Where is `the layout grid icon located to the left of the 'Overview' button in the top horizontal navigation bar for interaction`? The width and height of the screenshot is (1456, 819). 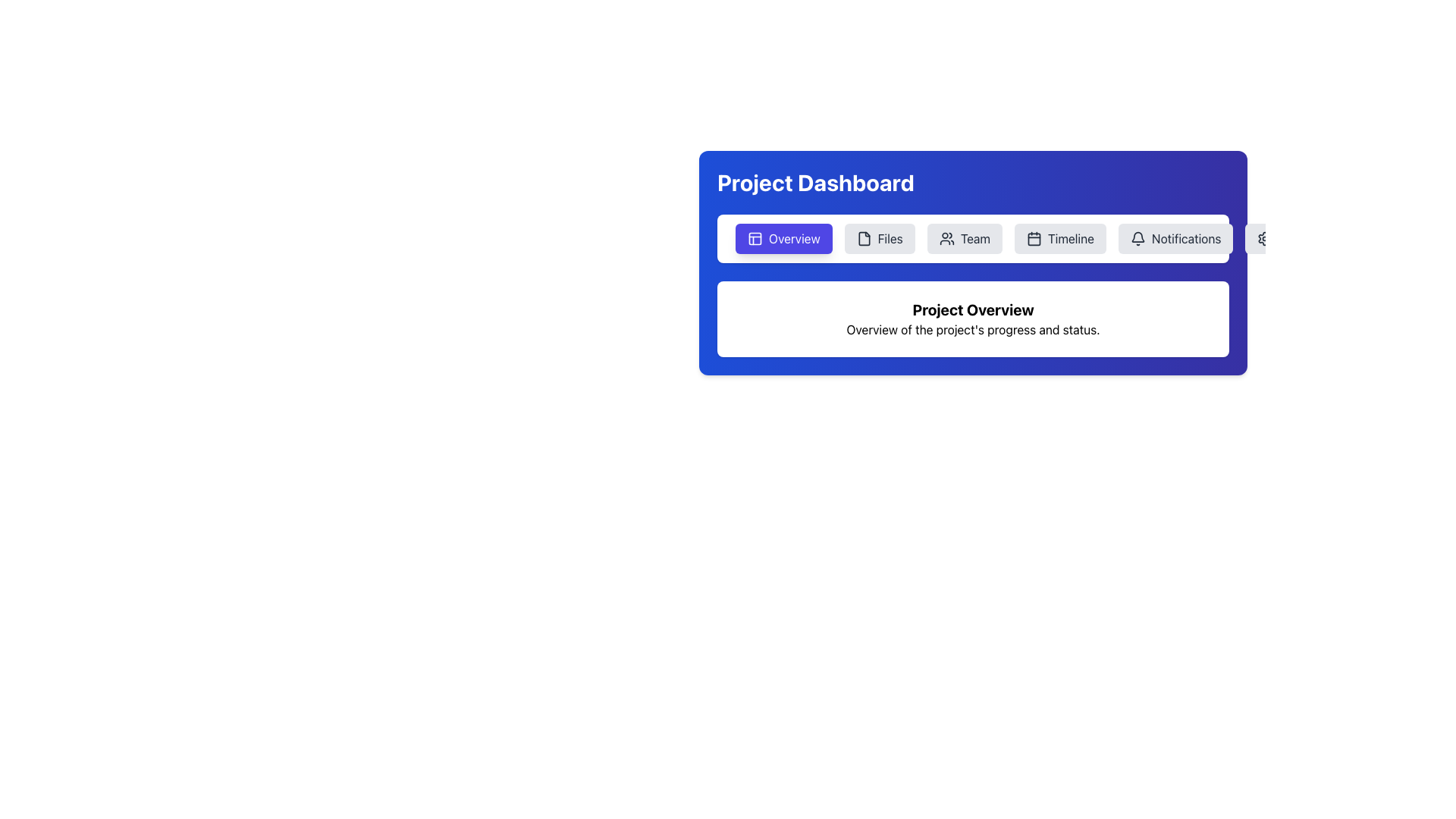
the layout grid icon located to the left of the 'Overview' button in the top horizontal navigation bar for interaction is located at coordinates (755, 239).